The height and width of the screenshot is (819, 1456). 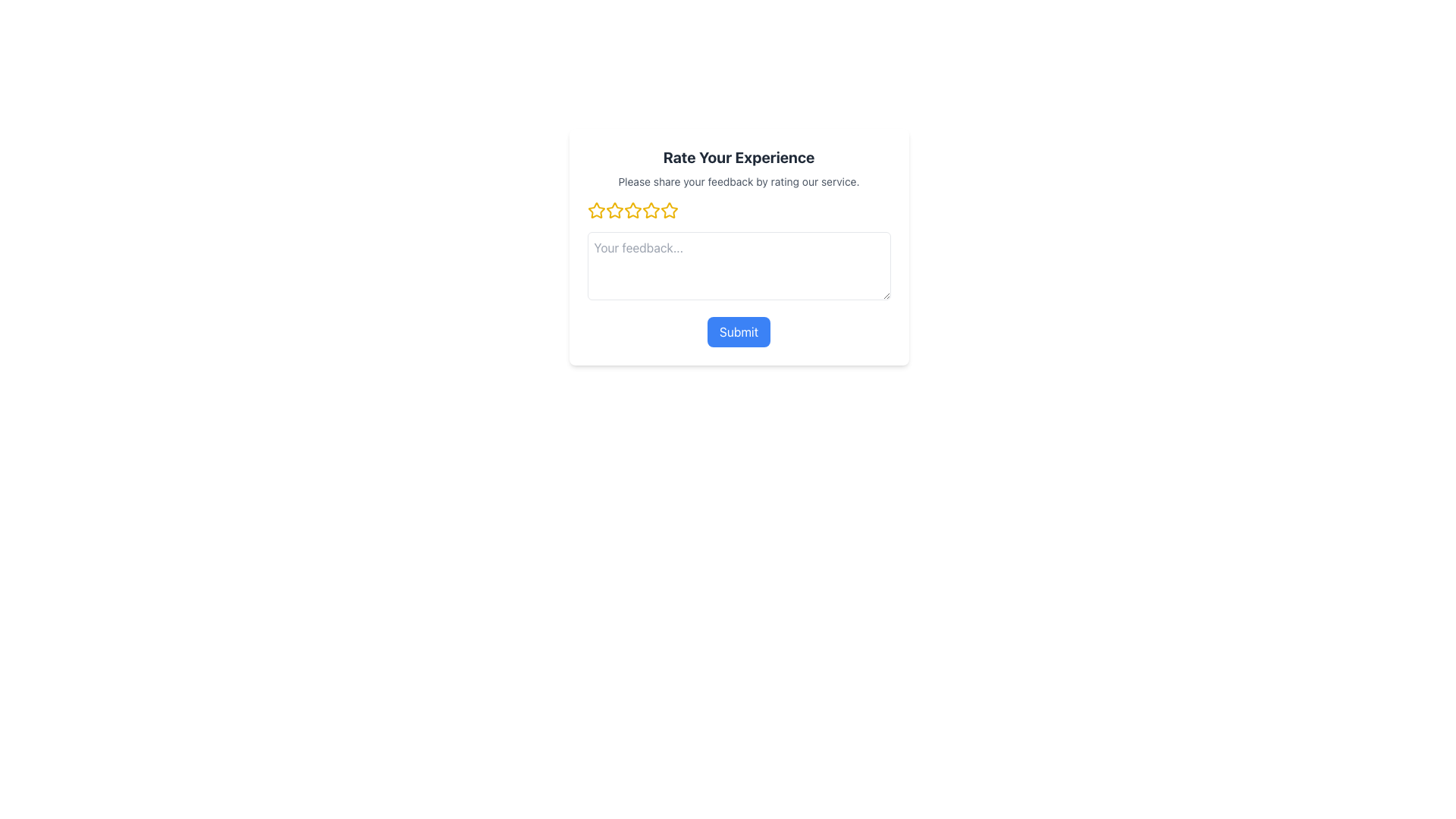 What do you see at coordinates (632, 210) in the screenshot?
I see `the second star icon with a yellow border and white inner area` at bounding box center [632, 210].